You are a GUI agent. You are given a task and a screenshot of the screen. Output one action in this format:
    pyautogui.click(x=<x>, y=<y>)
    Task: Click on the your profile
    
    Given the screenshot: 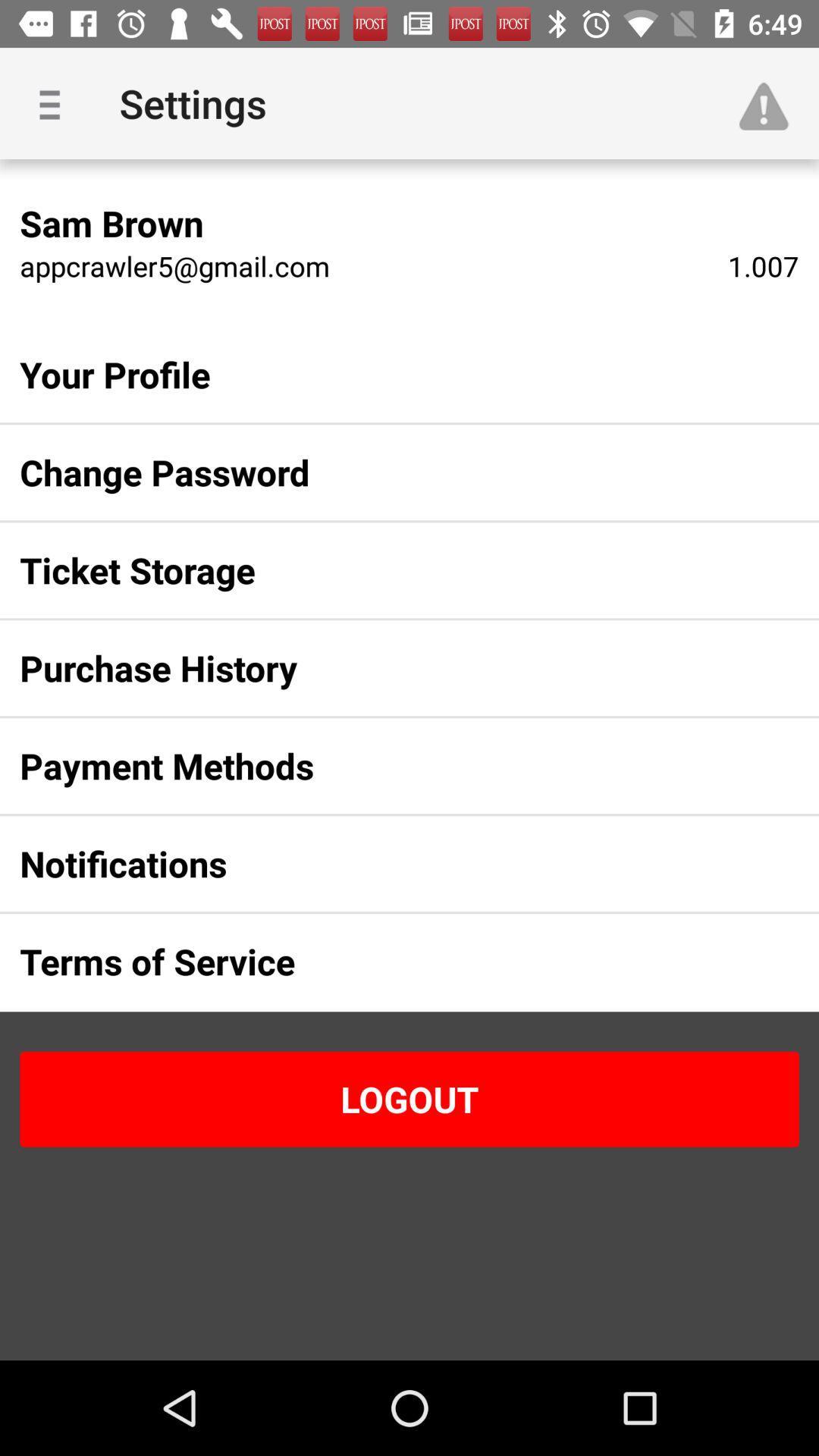 What is the action you would take?
    pyautogui.click(x=384, y=375)
    